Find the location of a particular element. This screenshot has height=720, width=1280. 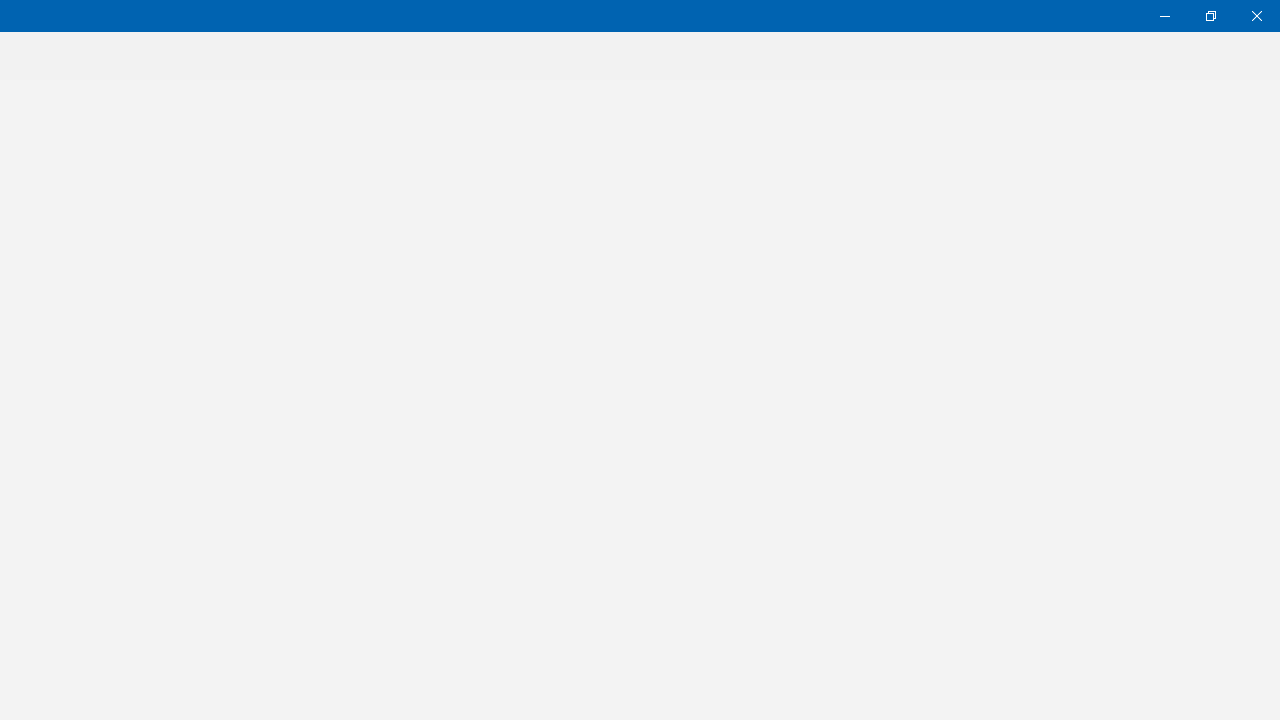

'Restore Weather' is located at coordinates (1209, 15).